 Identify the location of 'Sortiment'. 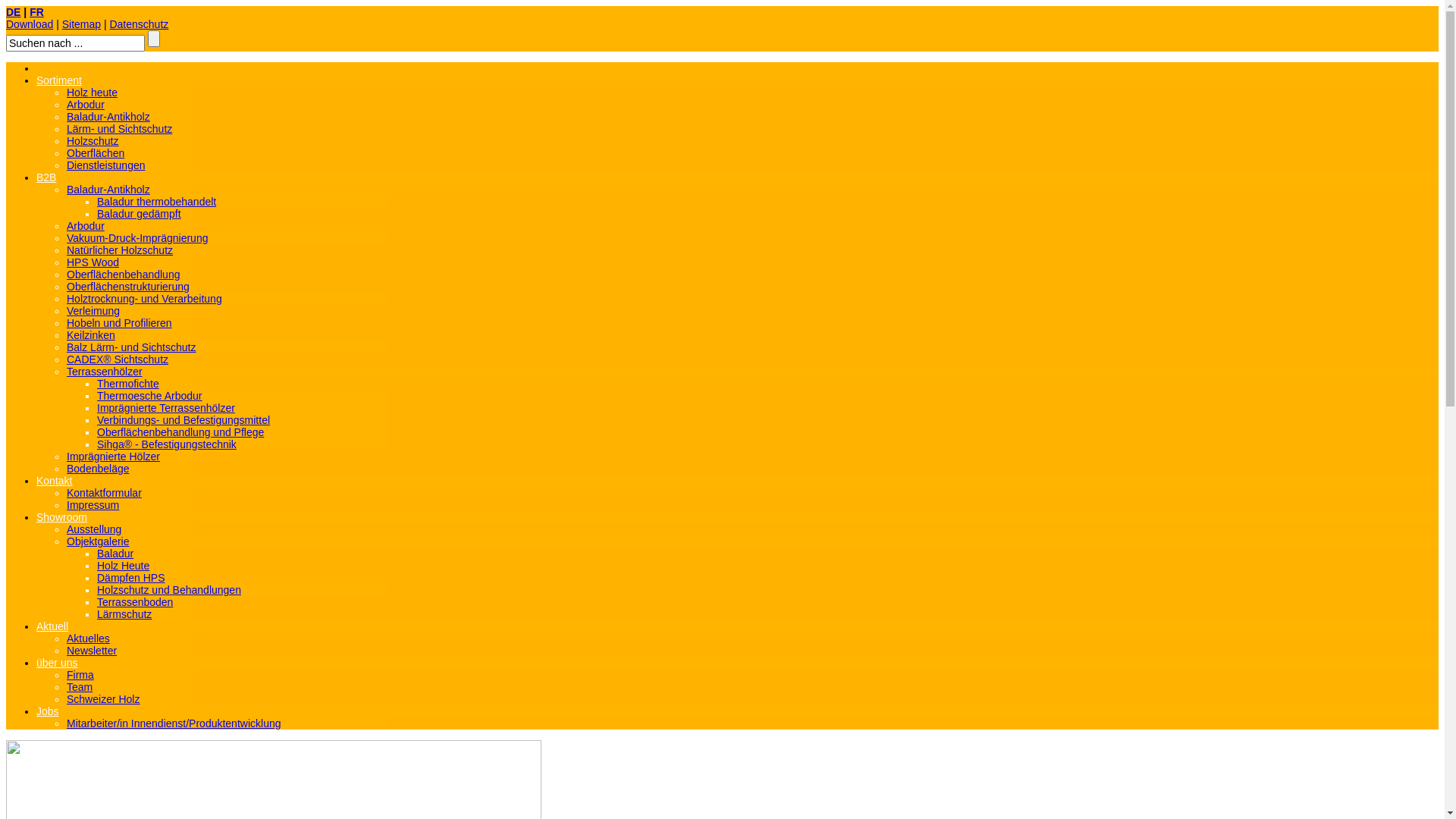
(58, 80).